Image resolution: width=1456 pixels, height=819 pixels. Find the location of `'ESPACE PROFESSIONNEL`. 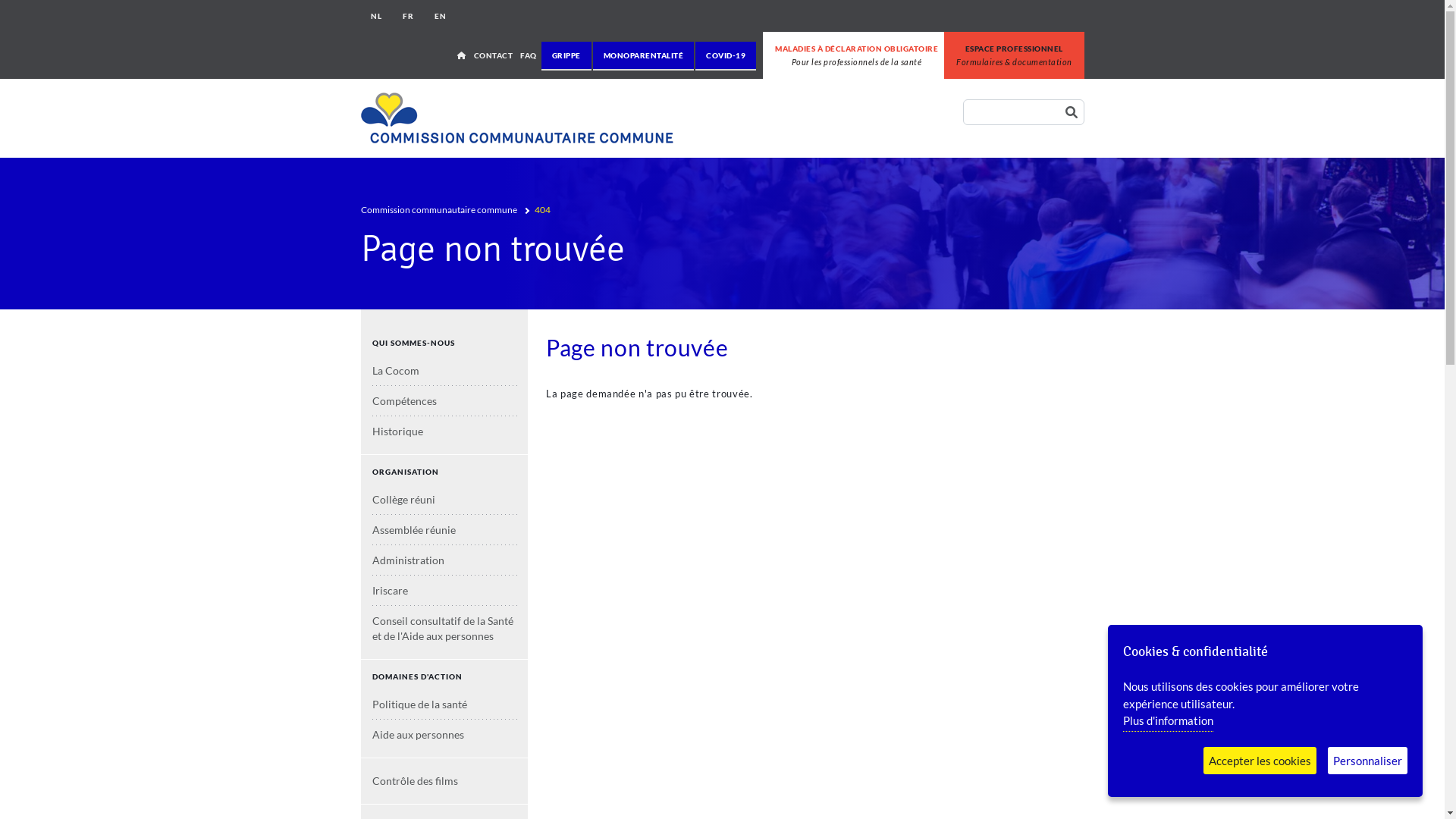

'ESPACE PROFESSIONNEL is located at coordinates (1014, 55).